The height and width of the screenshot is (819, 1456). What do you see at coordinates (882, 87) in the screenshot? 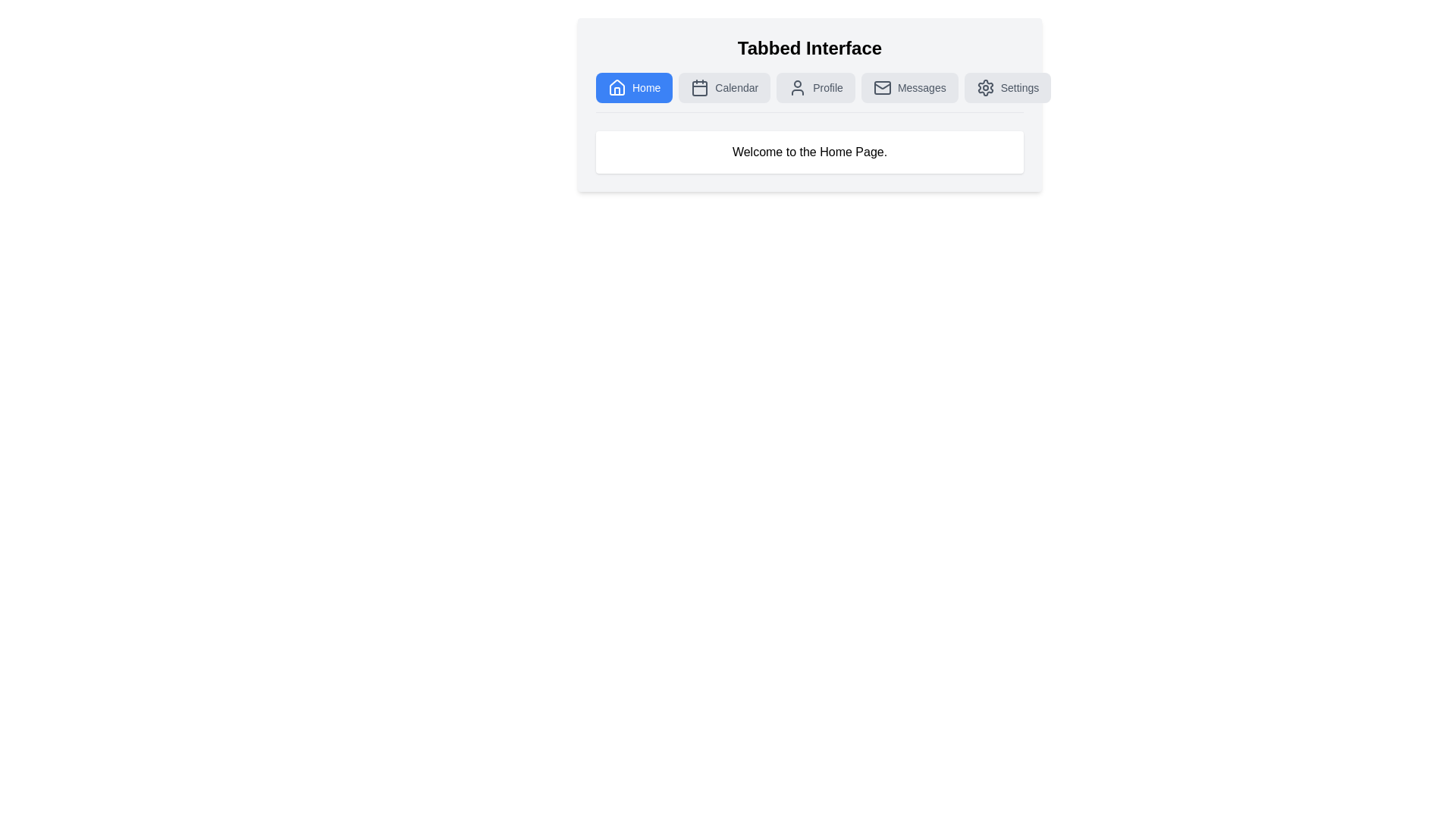
I see `main body of the envelope icon within the 'Messages' tab, which is represented by the Vector graphic rectangle` at bounding box center [882, 87].